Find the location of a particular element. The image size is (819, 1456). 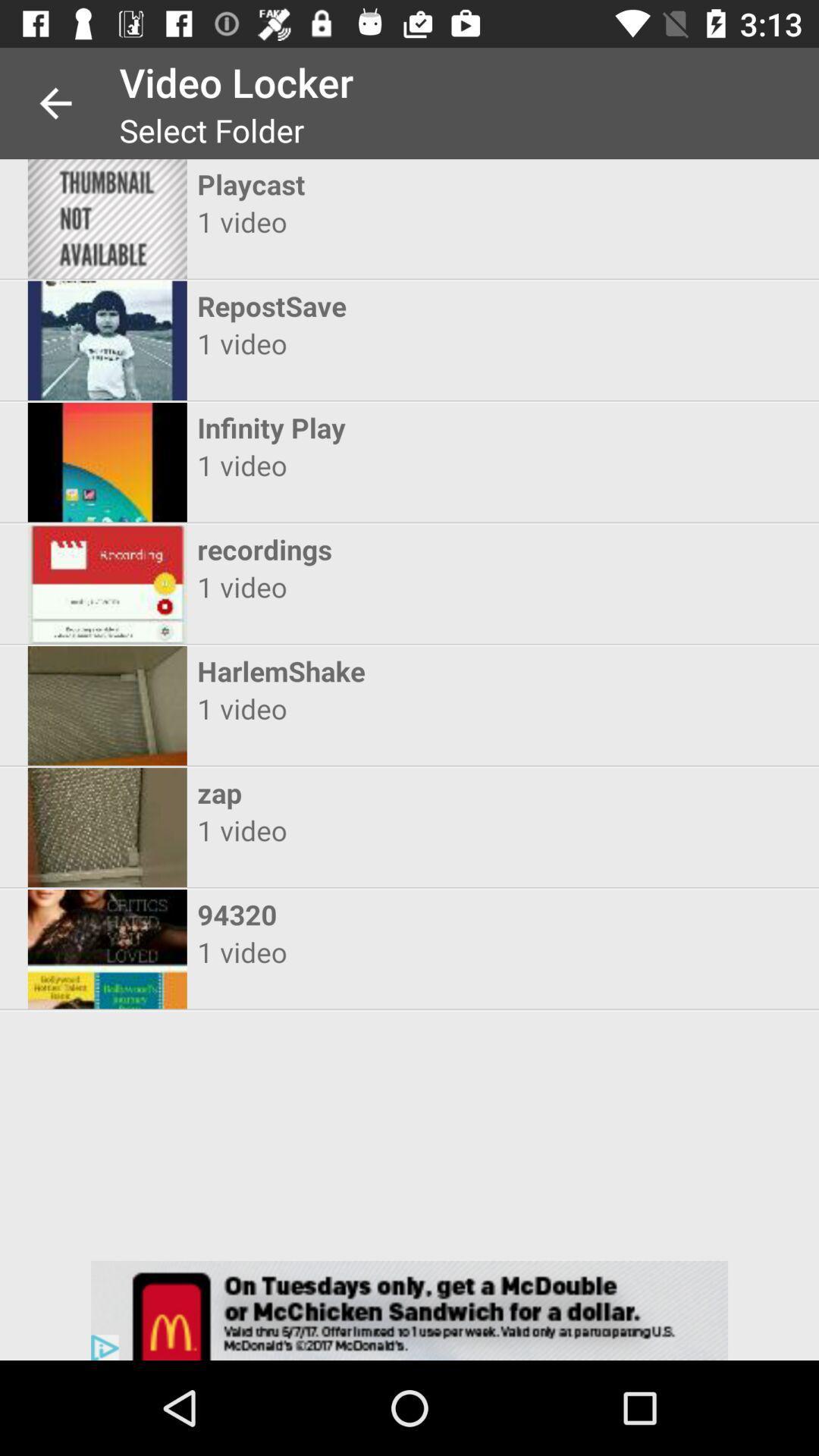

the icon above 1 video item is located at coordinates (395, 427).